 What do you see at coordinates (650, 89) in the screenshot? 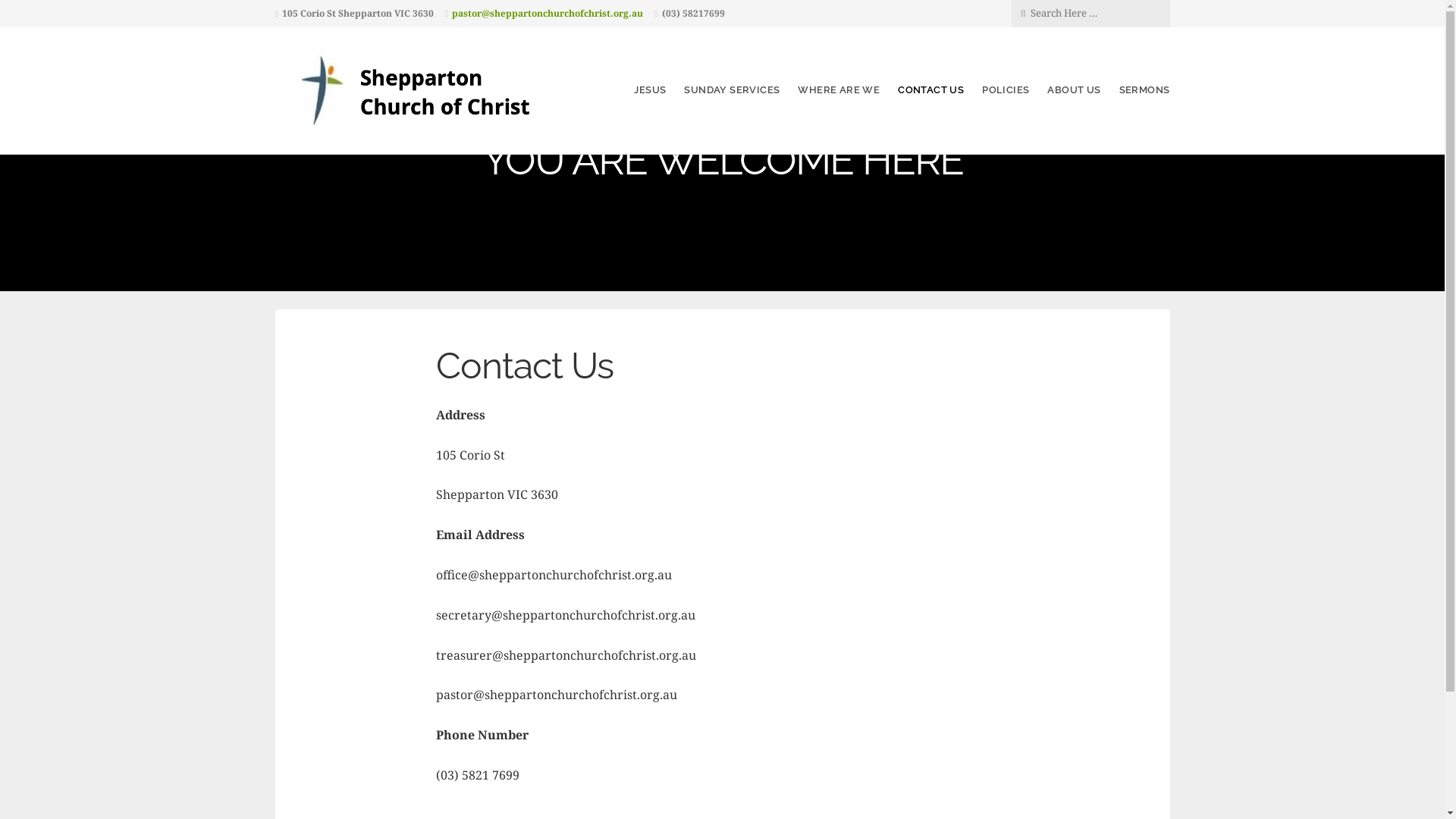
I see `'JESUS'` at bounding box center [650, 89].